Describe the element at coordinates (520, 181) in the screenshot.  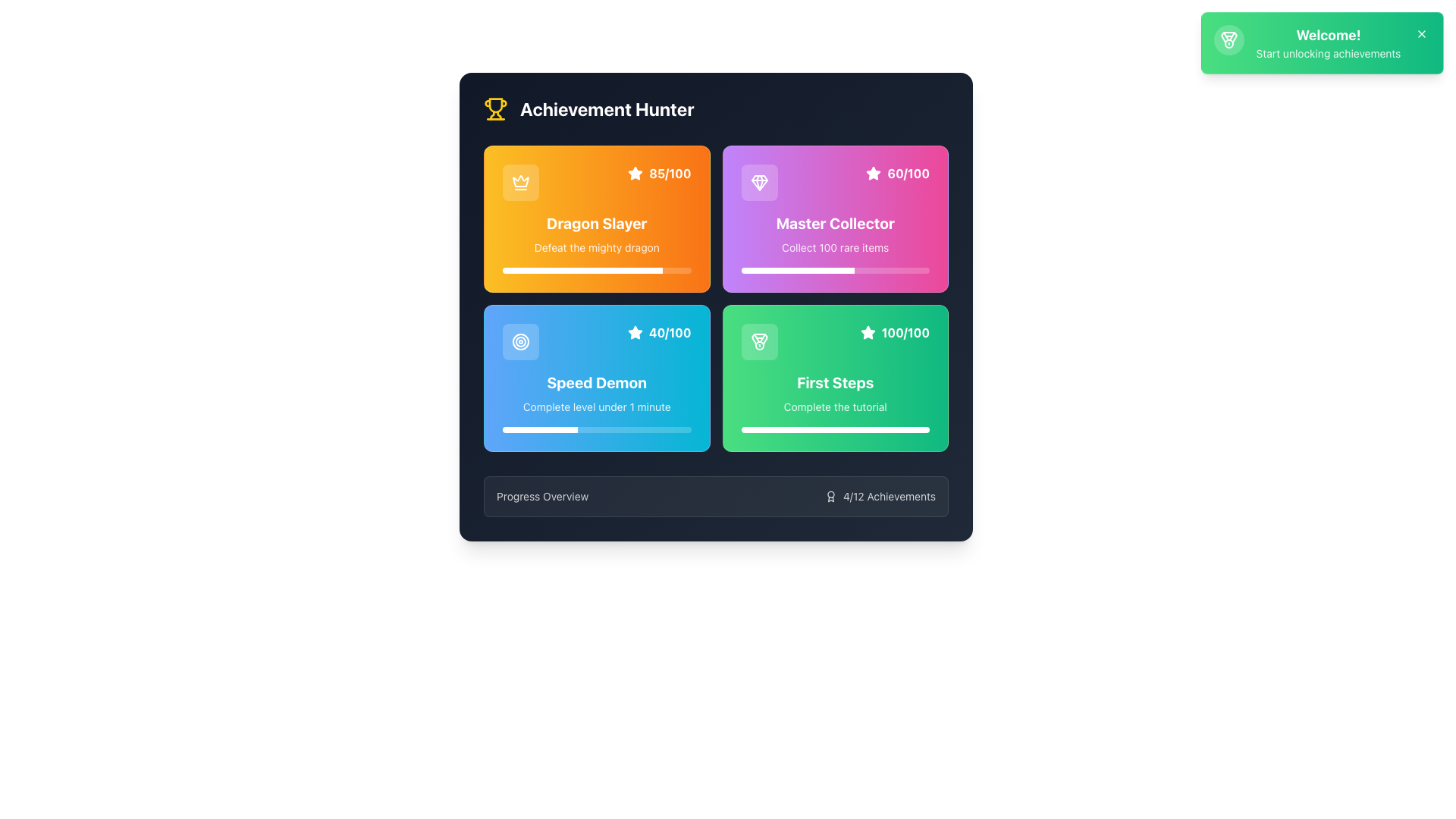
I see `the crown icon that symbolizes the 'Dragon Slayer' achievement, located at the top left corner of the achievement card` at that location.